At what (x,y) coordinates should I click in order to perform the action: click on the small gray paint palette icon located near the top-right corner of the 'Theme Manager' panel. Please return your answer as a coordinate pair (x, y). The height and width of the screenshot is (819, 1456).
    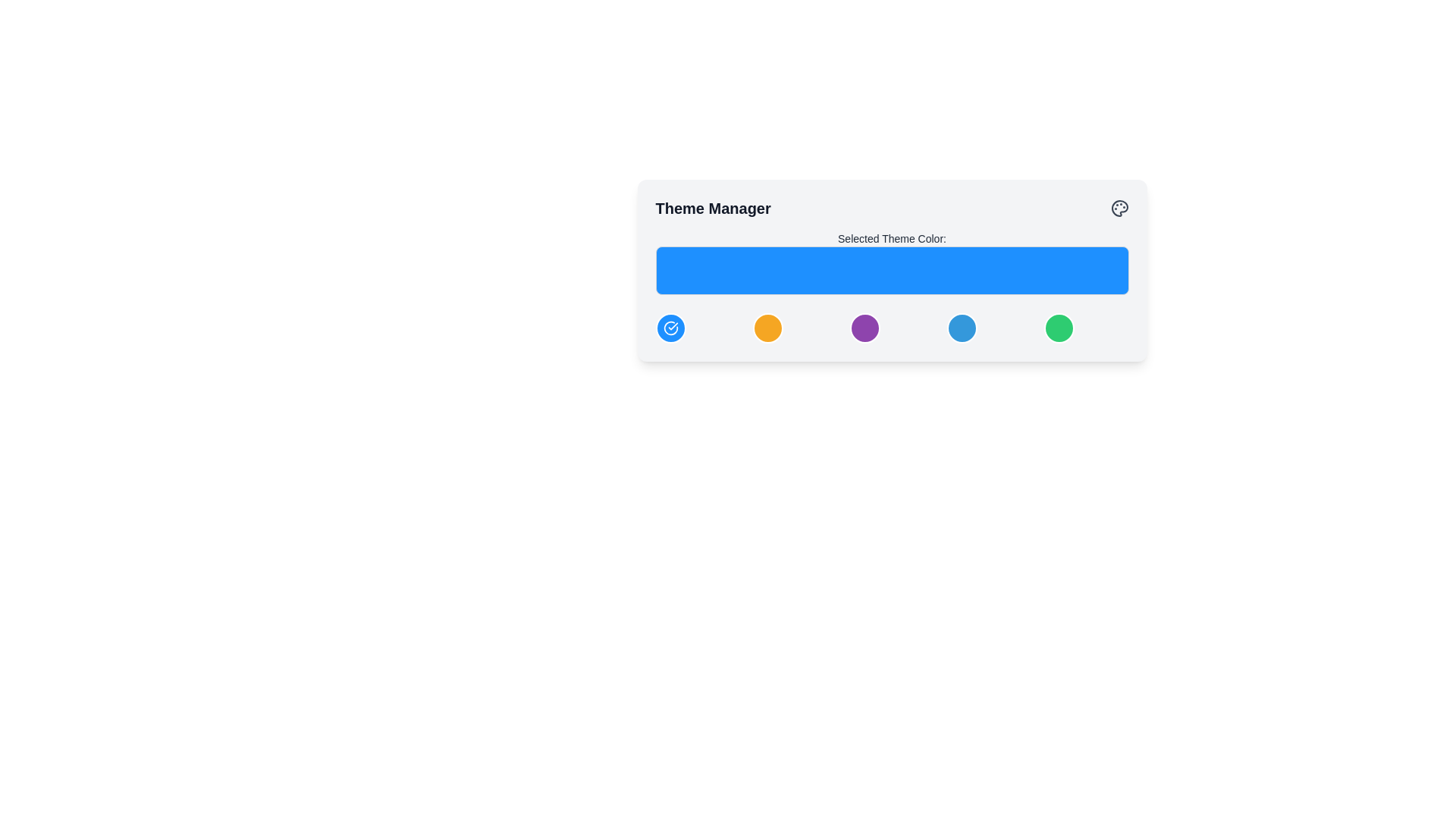
    Looking at the image, I should click on (1119, 208).